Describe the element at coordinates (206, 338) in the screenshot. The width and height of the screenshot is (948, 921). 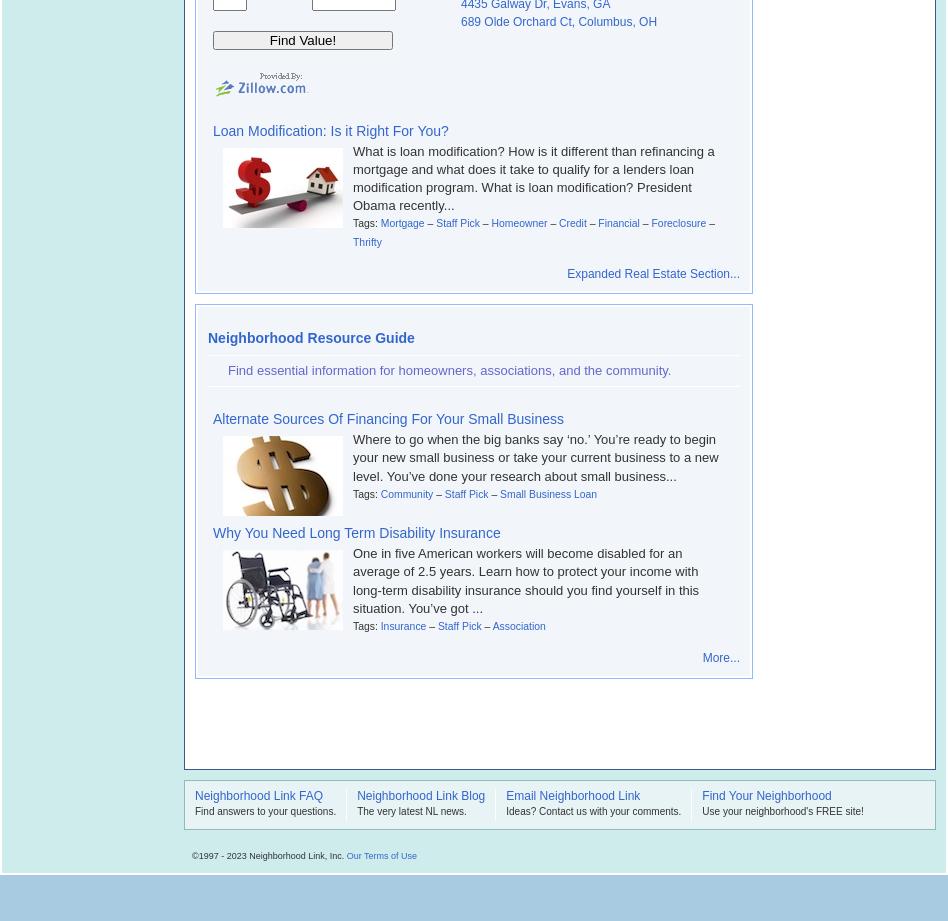
I see `'Neighborhood Resource Guide'` at that location.